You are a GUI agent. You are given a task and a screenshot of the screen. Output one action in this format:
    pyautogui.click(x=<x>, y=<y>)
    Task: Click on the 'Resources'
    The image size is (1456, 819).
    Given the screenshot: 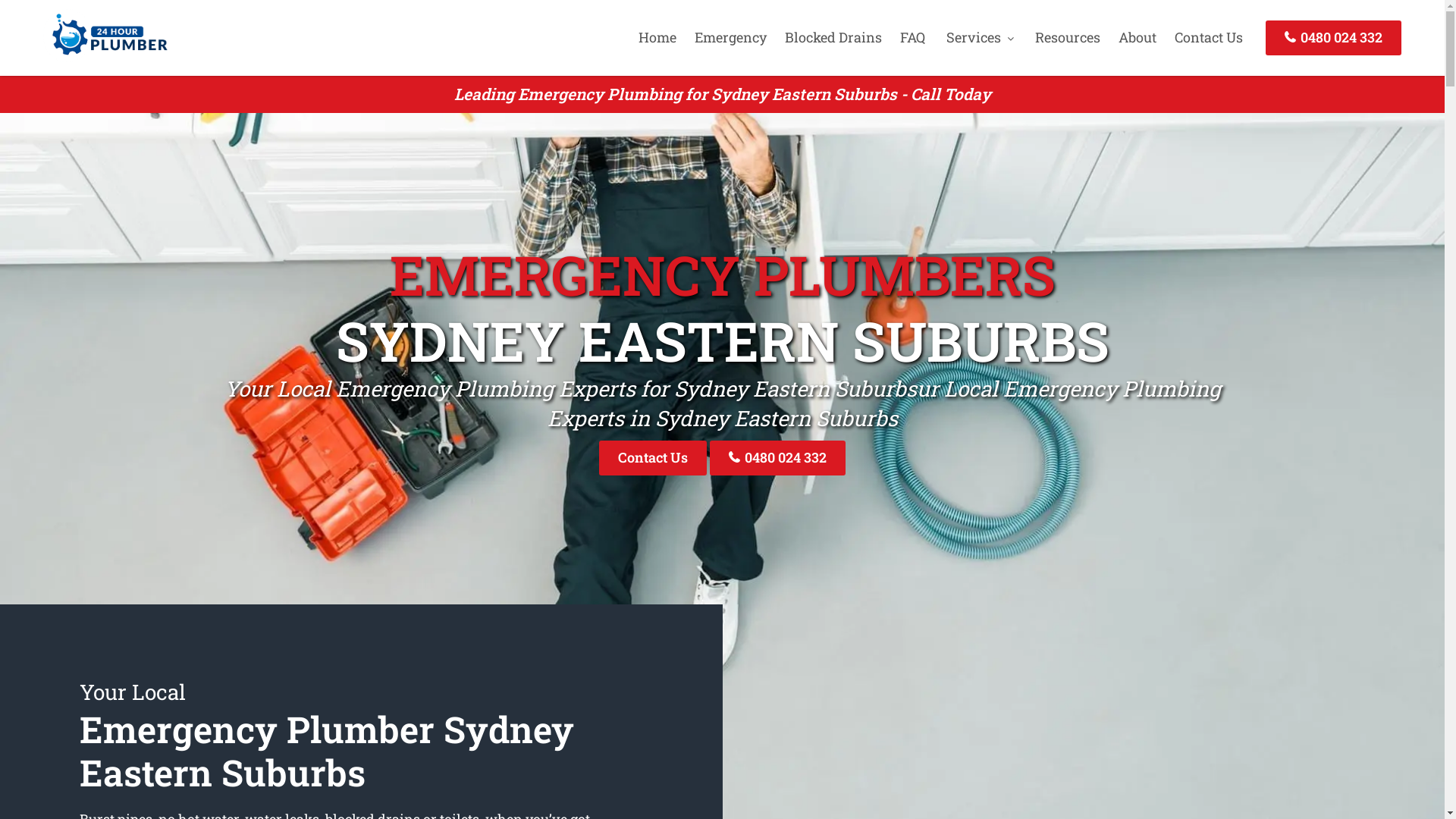 What is the action you would take?
    pyautogui.click(x=1066, y=36)
    